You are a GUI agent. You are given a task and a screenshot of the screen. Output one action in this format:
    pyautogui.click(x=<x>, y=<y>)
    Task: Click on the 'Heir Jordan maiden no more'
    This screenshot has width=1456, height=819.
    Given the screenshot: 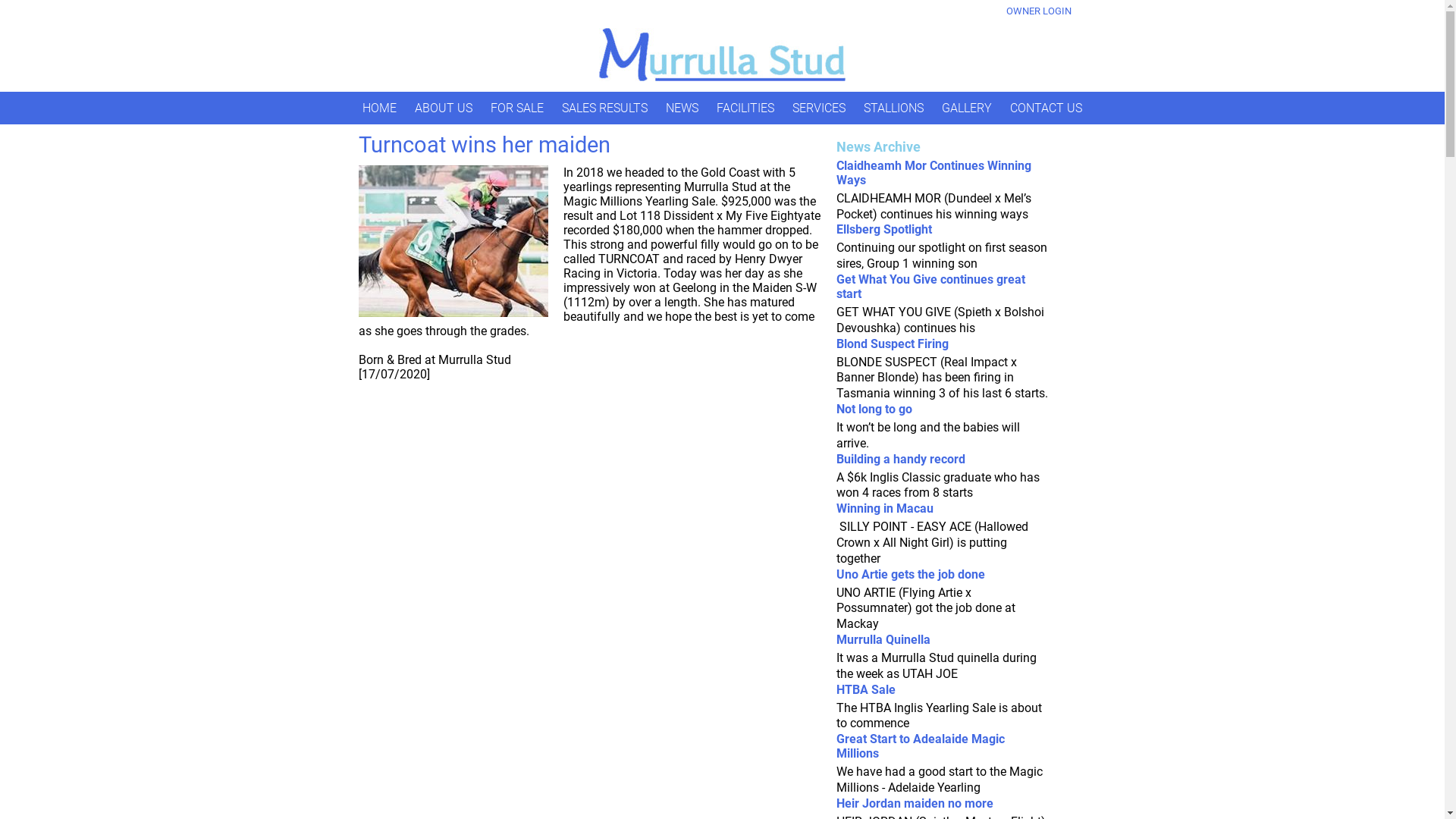 What is the action you would take?
    pyautogui.click(x=913, y=802)
    